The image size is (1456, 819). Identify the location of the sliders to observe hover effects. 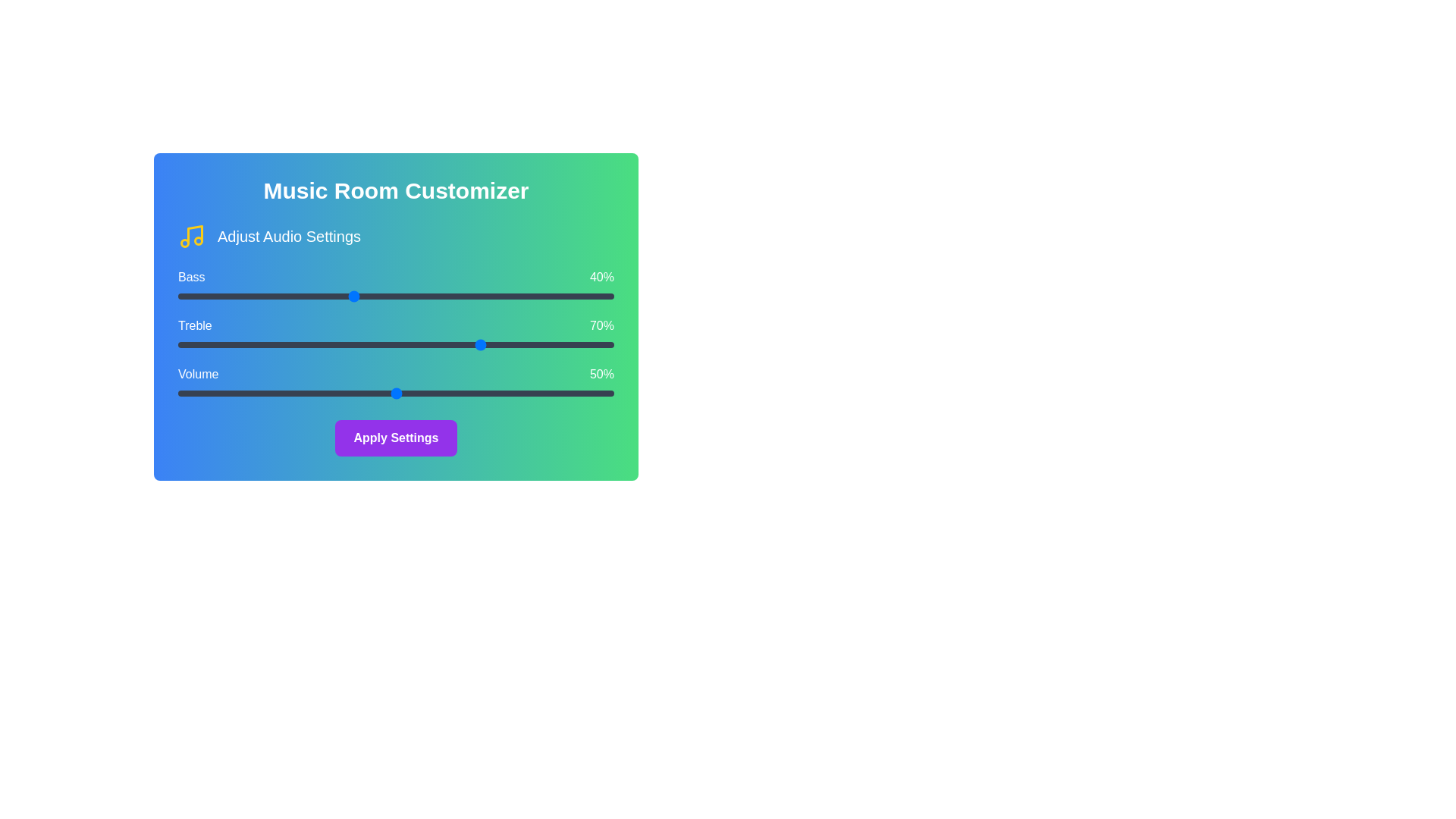
(396, 296).